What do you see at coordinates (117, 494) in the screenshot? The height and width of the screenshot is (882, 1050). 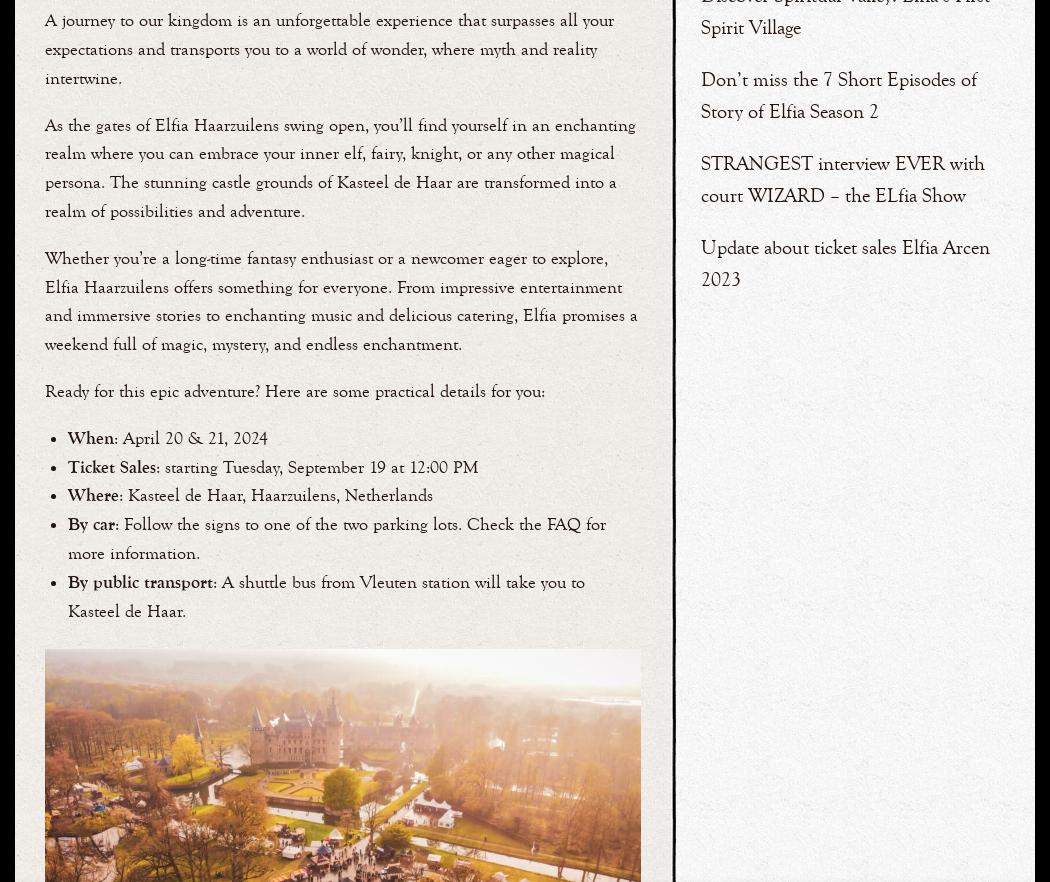 I see `': Kasteel de Haar, Haarzuilens, Netherlands'` at bounding box center [117, 494].